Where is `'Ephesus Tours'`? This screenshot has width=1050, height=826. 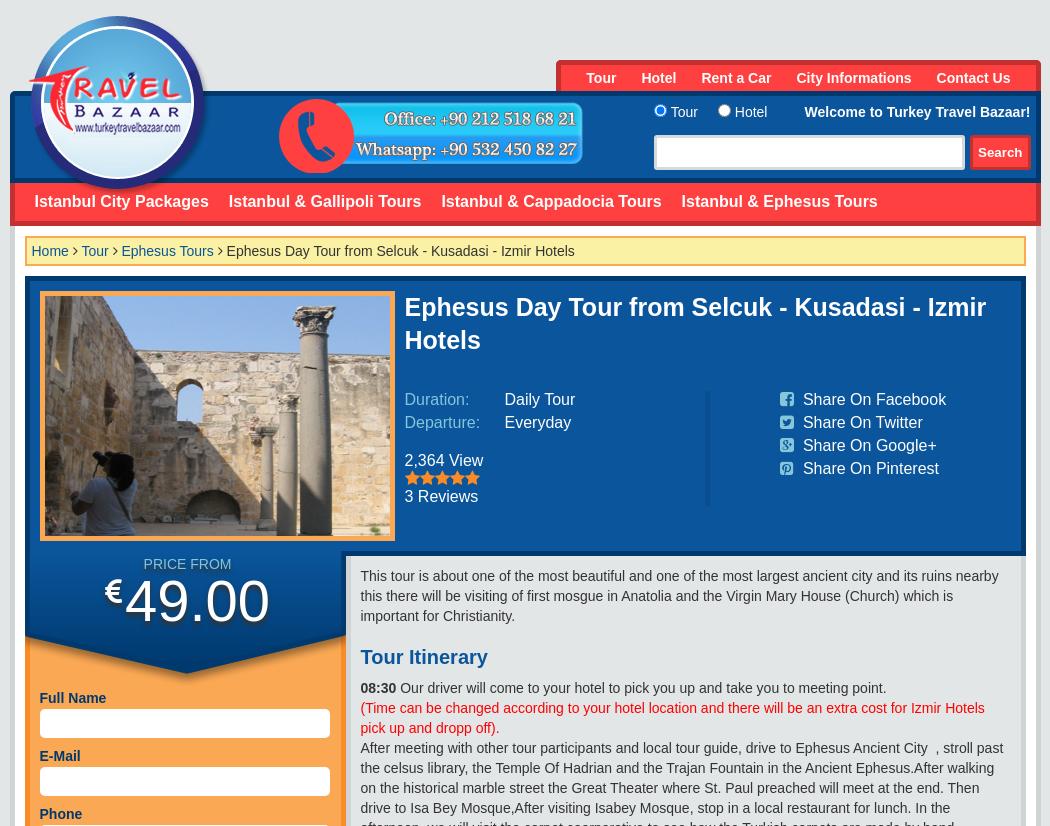
'Ephesus Tours' is located at coordinates (166, 251).